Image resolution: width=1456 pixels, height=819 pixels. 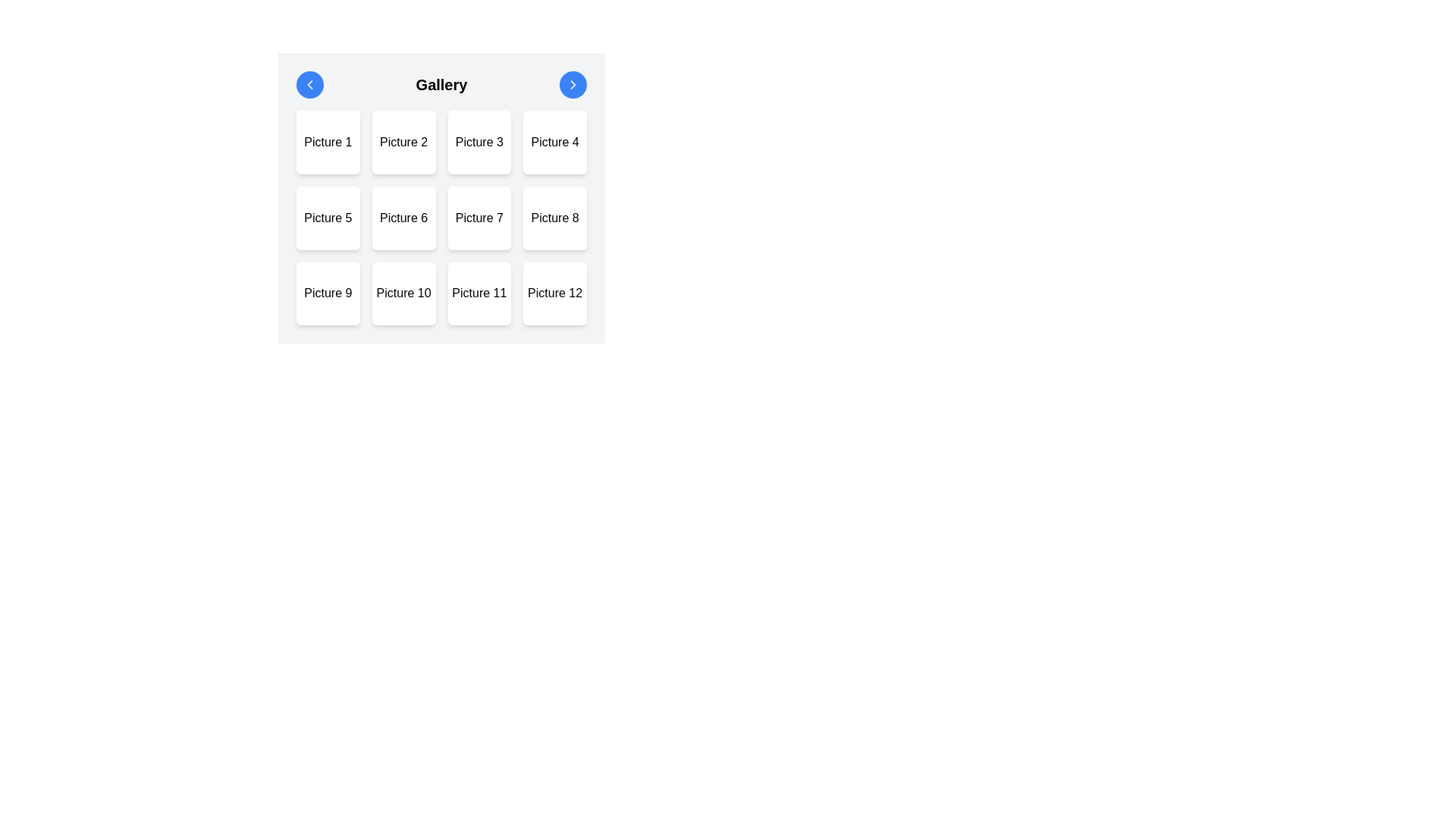 I want to click on the navigation button located in the top-right corner of the 'Gallery' header row, so click(x=572, y=84).